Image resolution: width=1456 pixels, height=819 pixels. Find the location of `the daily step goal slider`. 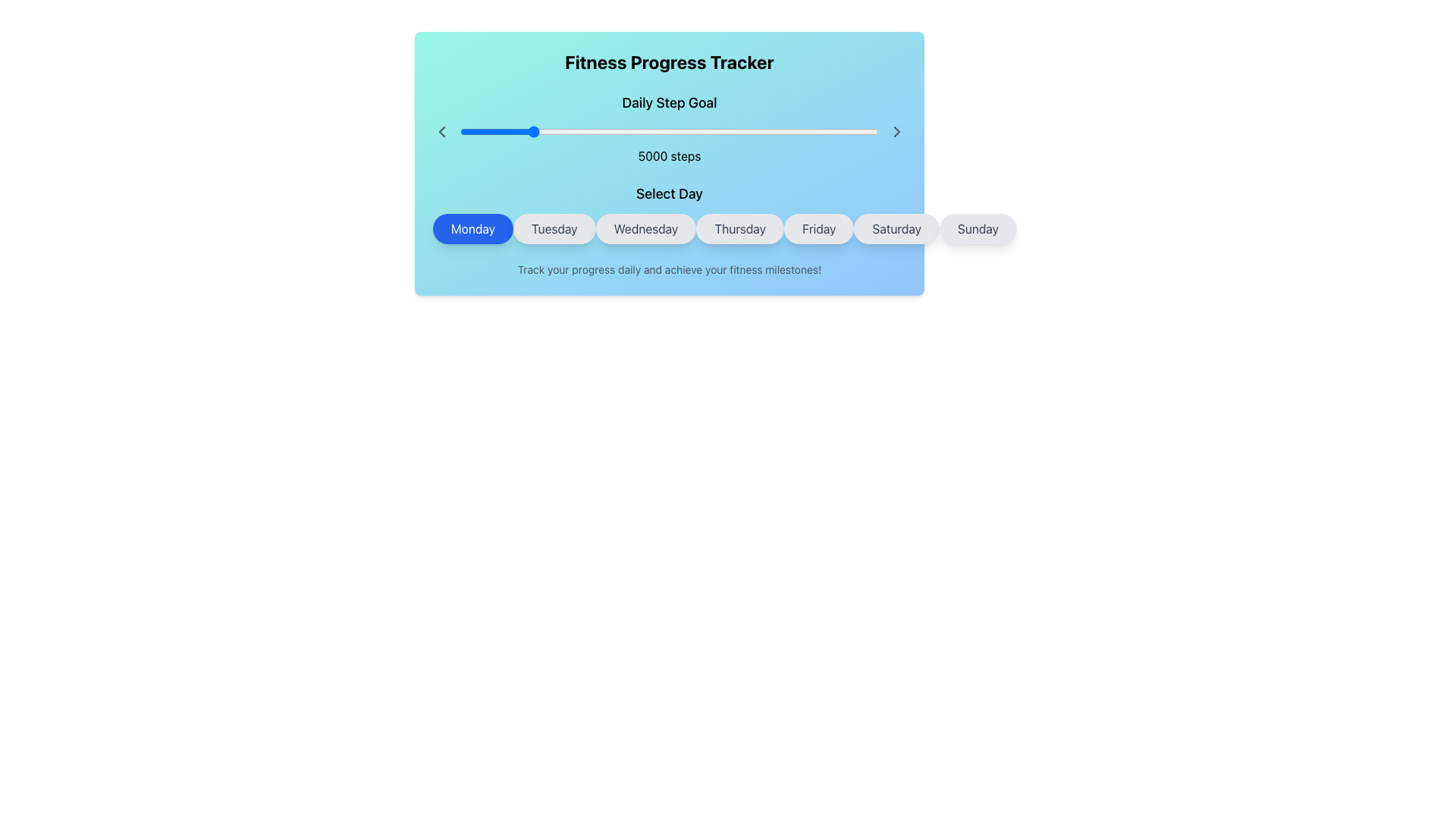

the daily step goal slider is located at coordinates (704, 130).